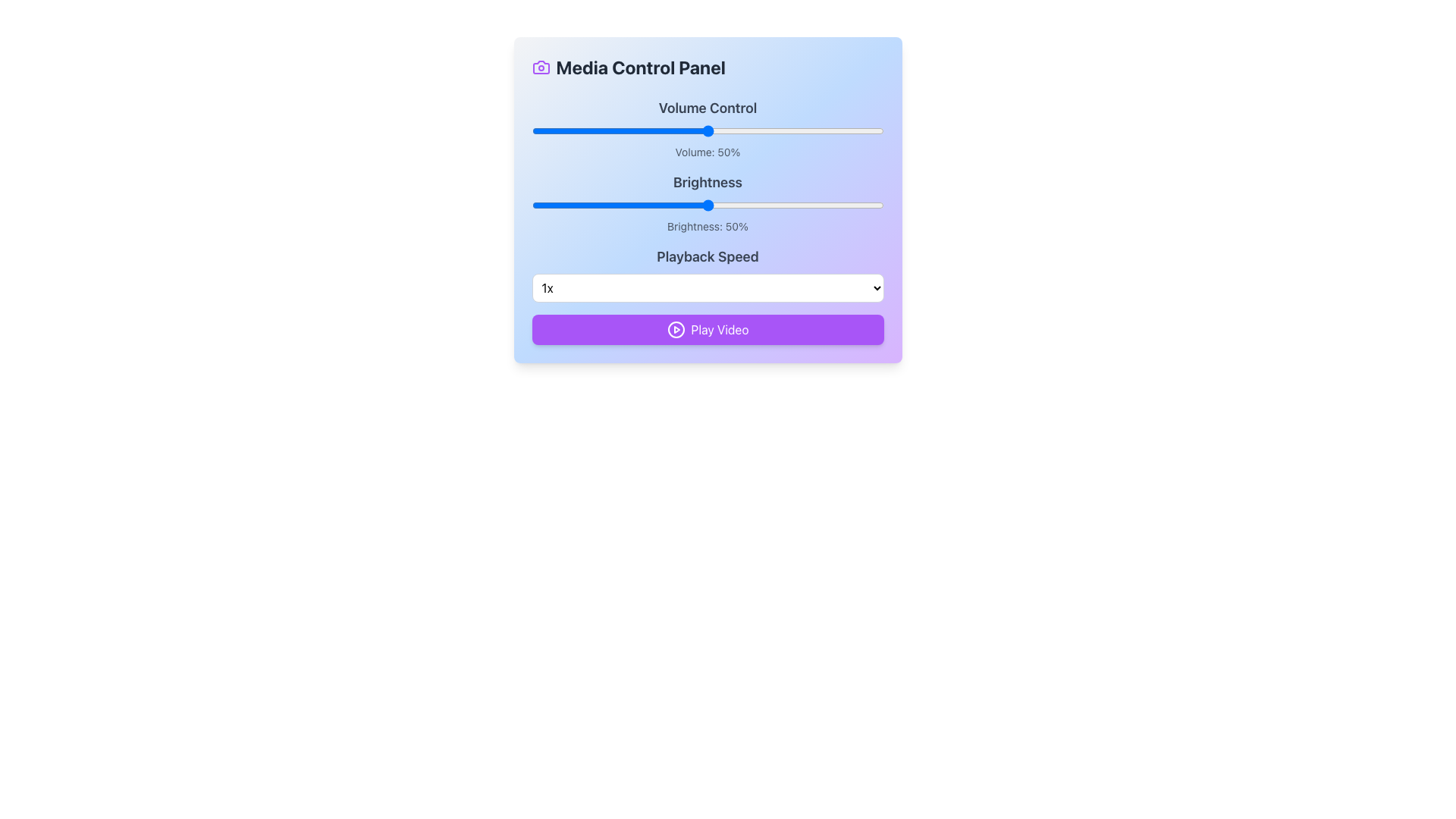 This screenshot has height=819, width=1456. What do you see at coordinates (866, 205) in the screenshot?
I see `brightness` at bounding box center [866, 205].